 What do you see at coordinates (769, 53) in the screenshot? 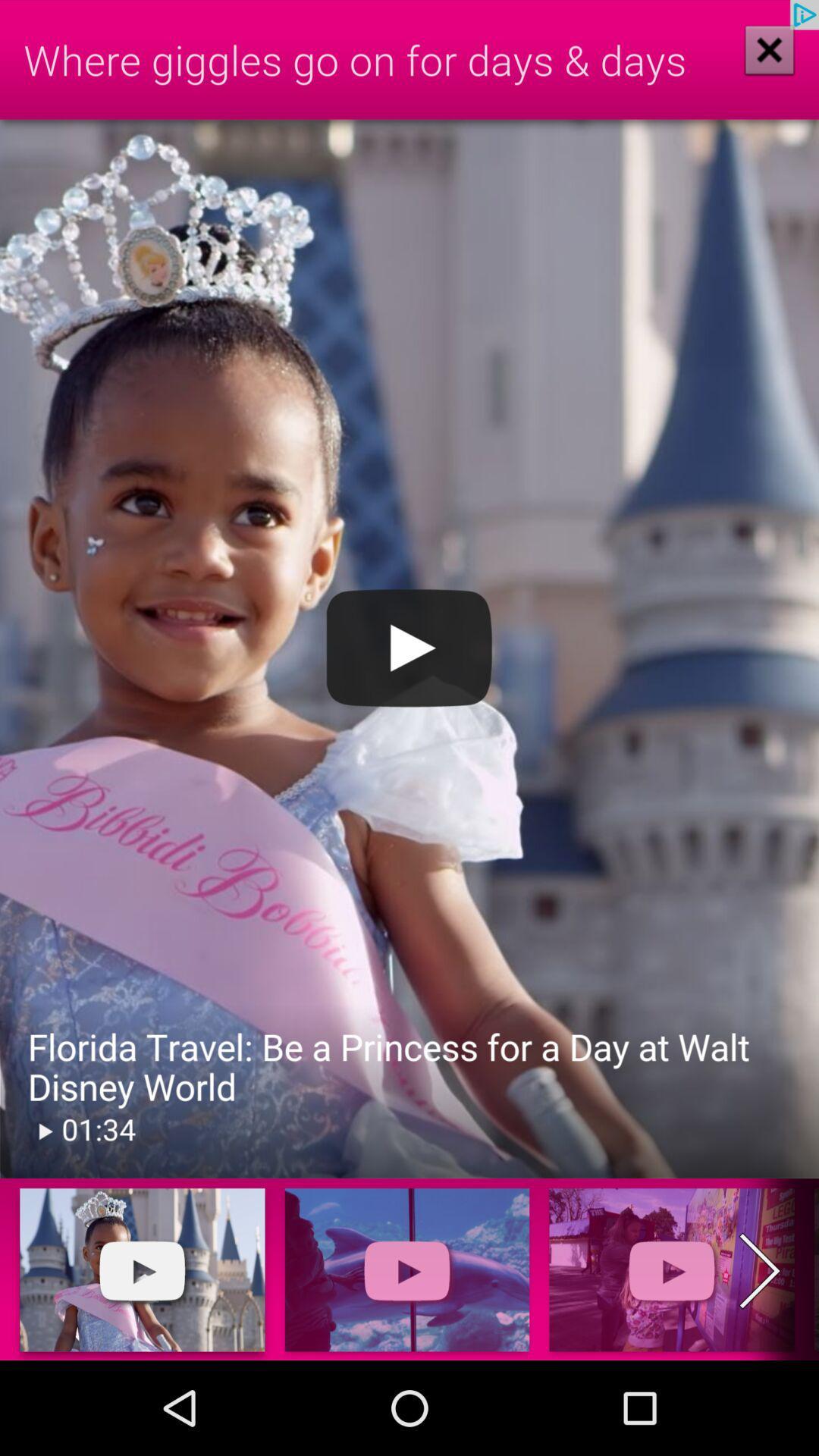
I see `the close icon` at bounding box center [769, 53].